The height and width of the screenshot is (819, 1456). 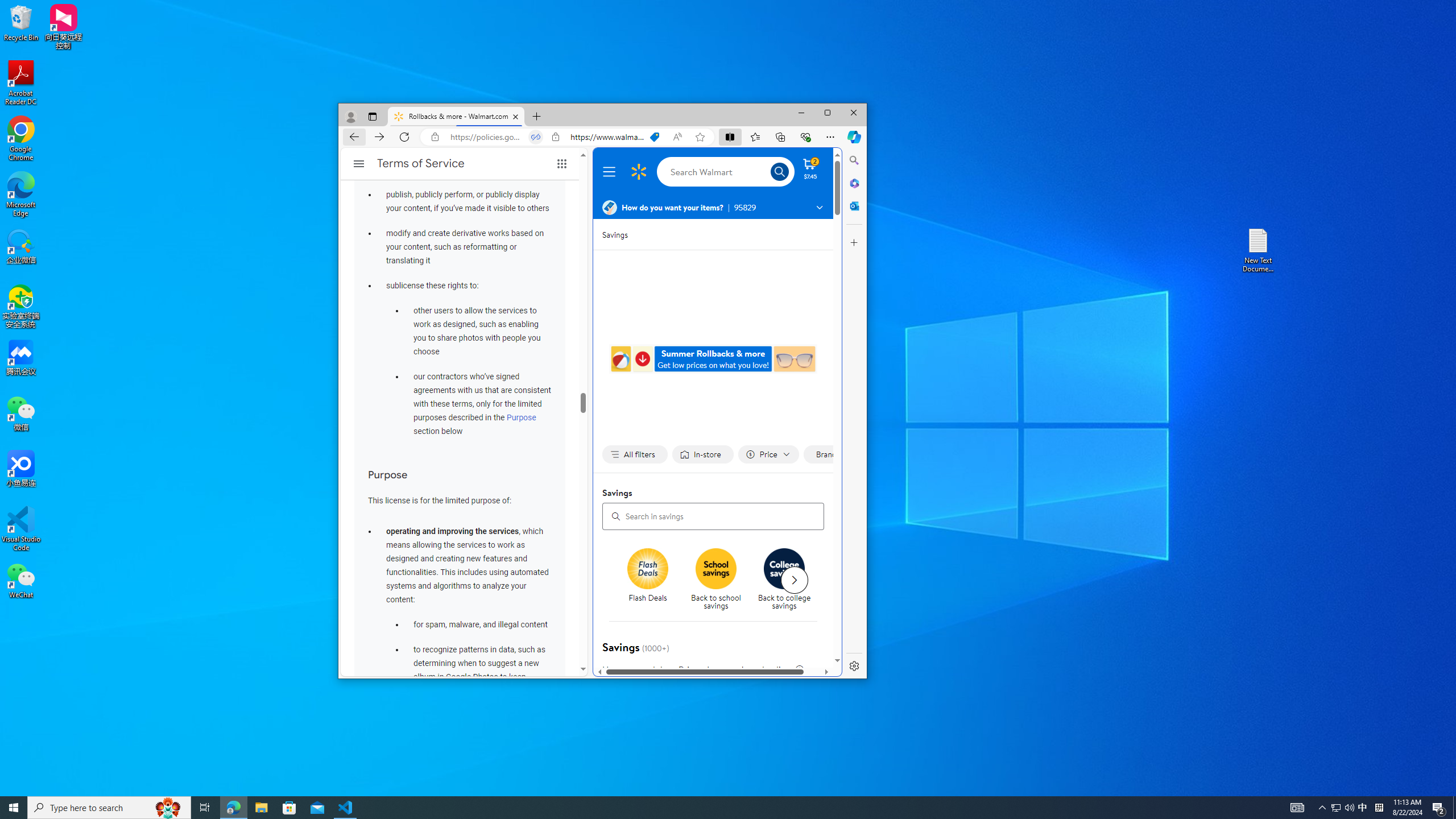 What do you see at coordinates (345, 806) in the screenshot?
I see `'Visual Studio Code - 1 running window'` at bounding box center [345, 806].